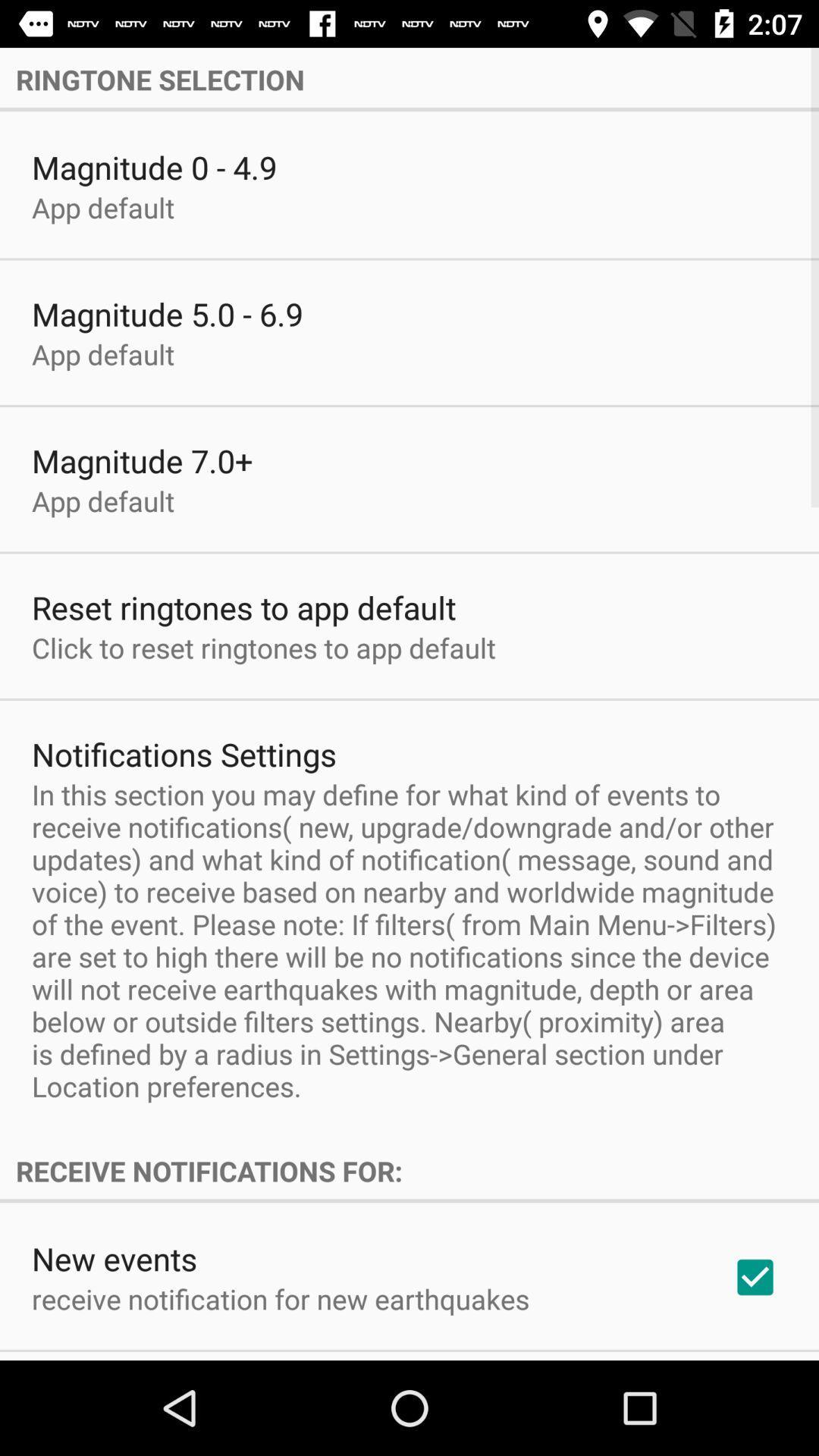  I want to click on the app above receive notifications for: icon, so click(409, 940).